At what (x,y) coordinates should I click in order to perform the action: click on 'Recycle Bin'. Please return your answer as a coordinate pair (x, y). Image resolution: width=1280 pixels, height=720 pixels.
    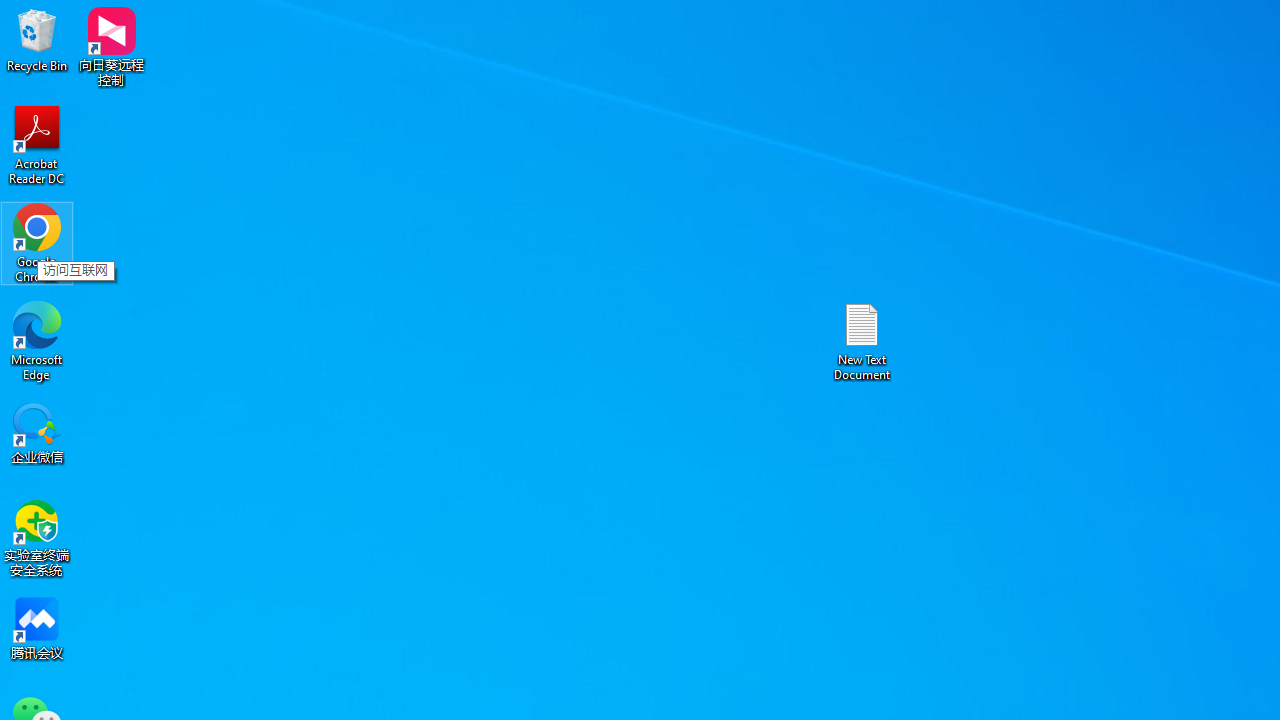
    Looking at the image, I should click on (37, 39).